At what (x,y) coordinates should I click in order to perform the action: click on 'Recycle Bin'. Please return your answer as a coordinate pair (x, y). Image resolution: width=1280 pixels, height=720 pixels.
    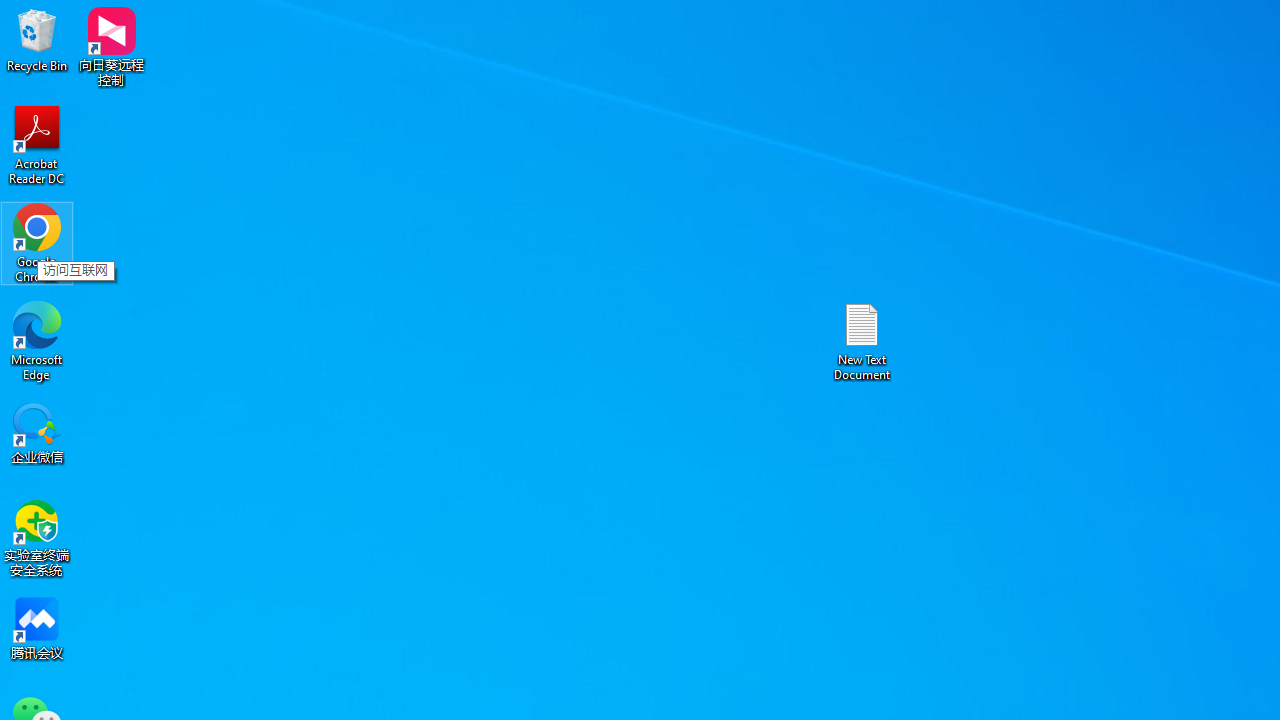
    Looking at the image, I should click on (37, 39).